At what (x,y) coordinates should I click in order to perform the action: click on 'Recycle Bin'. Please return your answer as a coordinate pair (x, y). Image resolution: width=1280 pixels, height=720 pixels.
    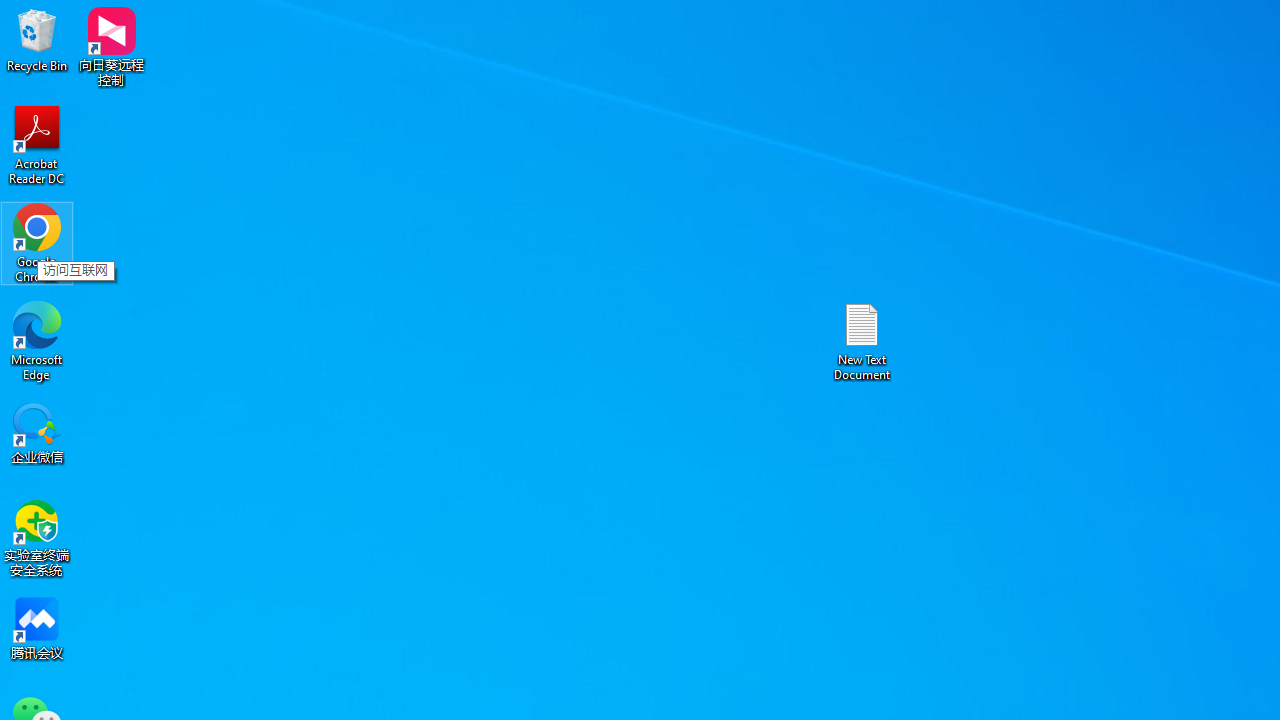
    Looking at the image, I should click on (37, 39).